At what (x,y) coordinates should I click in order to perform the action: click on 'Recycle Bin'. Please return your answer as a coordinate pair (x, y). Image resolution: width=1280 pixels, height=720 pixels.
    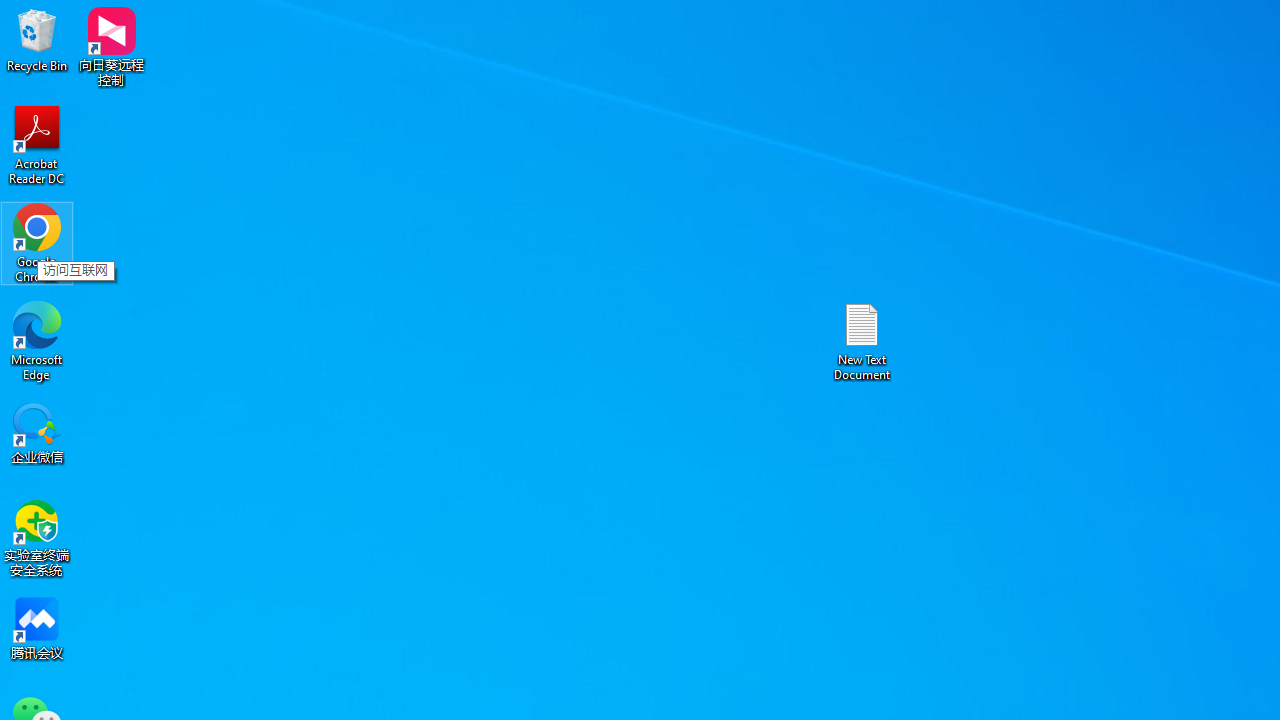
    Looking at the image, I should click on (37, 39).